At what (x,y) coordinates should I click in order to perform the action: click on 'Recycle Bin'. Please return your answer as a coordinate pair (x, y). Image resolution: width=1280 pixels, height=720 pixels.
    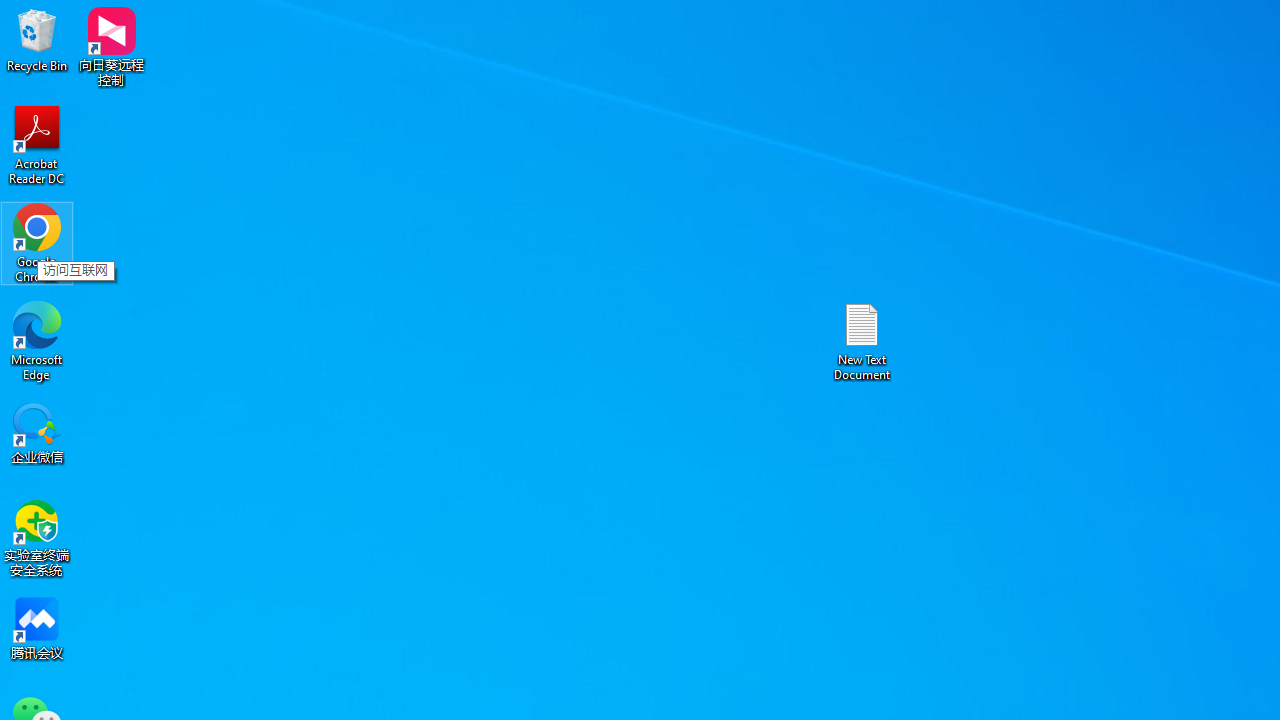
    Looking at the image, I should click on (37, 39).